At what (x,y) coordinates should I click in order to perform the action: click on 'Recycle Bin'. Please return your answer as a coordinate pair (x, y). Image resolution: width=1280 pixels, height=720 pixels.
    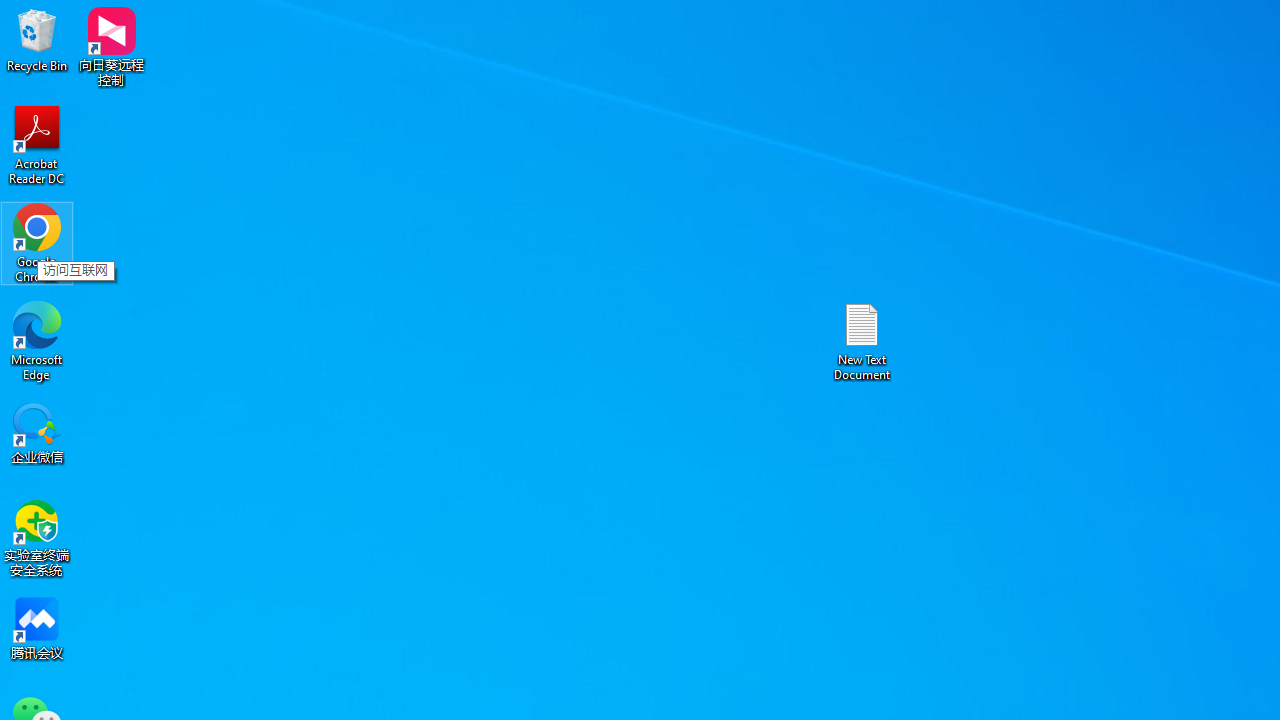
    Looking at the image, I should click on (37, 39).